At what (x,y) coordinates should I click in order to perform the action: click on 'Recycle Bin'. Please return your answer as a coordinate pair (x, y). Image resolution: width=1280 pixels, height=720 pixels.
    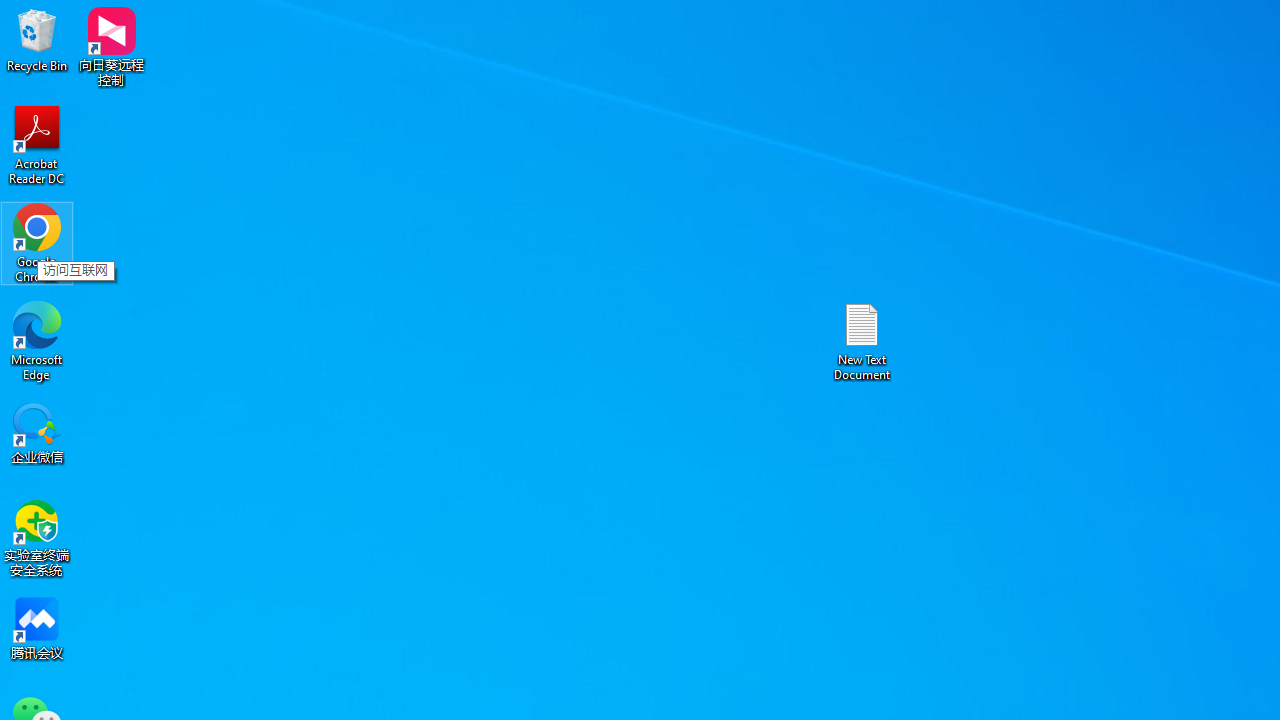
    Looking at the image, I should click on (37, 39).